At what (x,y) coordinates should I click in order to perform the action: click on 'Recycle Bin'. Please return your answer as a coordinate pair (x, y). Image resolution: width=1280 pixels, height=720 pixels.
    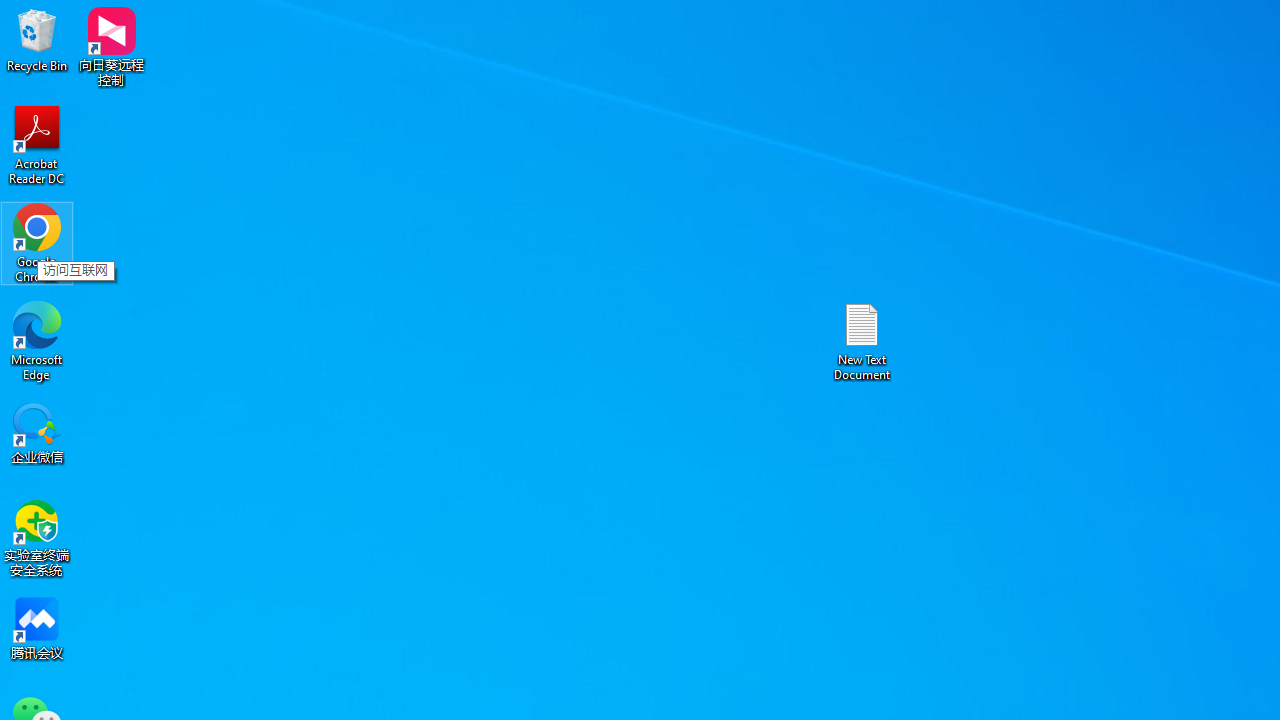
    Looking at the image, I should click on (37, 39).